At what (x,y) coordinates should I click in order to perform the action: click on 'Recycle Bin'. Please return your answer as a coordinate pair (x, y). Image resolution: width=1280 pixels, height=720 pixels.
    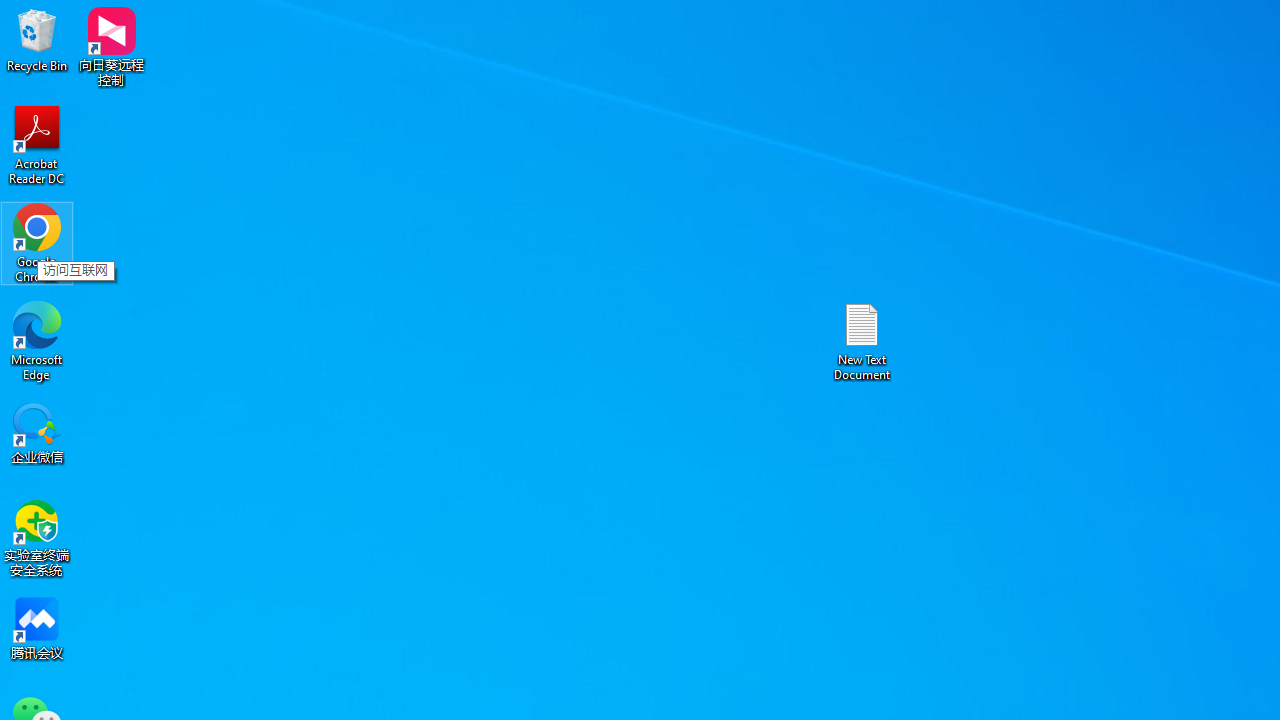
    Looking at the image, I should click on (37, 39).